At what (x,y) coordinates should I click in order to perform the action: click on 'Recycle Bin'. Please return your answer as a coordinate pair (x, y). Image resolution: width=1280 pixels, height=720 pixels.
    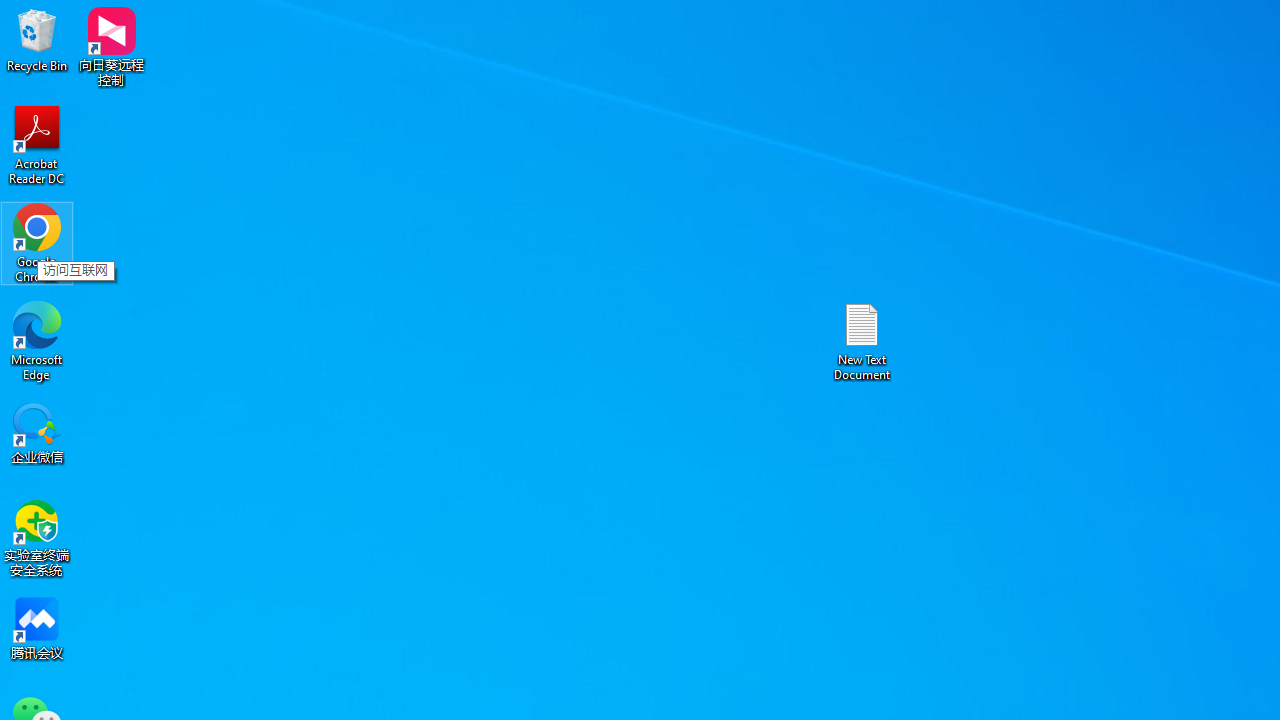
    Looking at the image, I should click on (37, 39).